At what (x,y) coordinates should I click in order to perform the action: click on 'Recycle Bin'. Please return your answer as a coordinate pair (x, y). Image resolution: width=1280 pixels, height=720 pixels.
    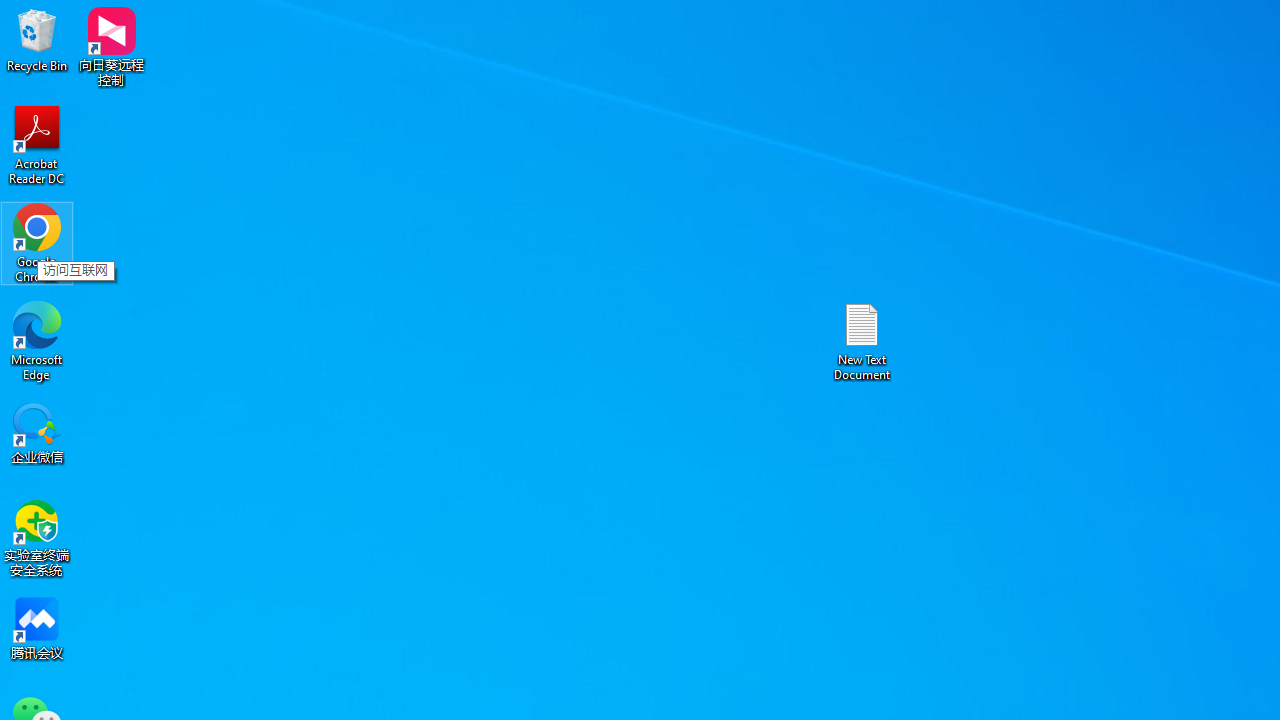
    Looking at the image, I should click on (37, 39).